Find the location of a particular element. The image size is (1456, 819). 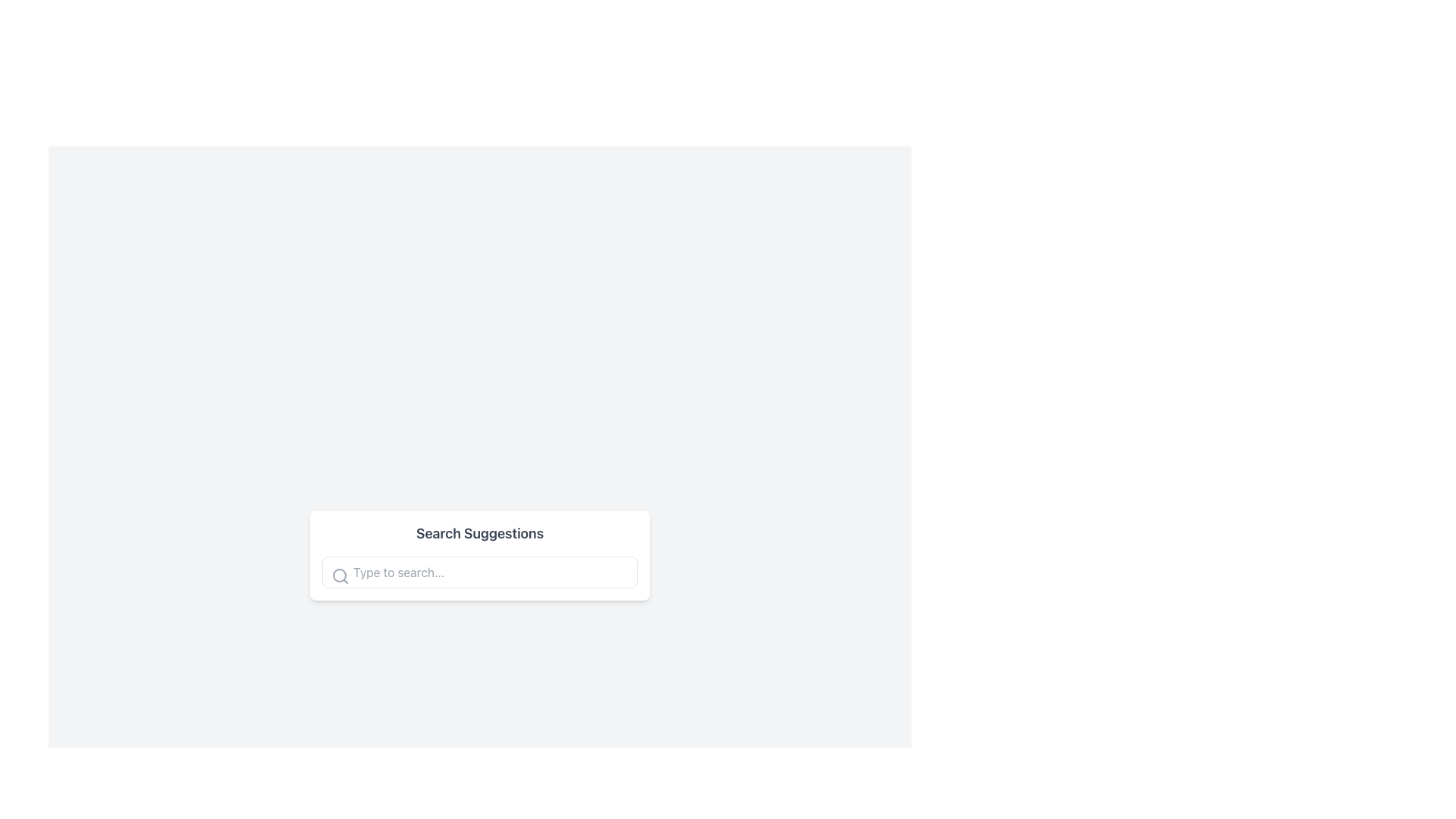

the Circle element of the magnifying glass icon, which serves as a visual indicator for search functionality in the search bar interface is located at coordinates (338, 576).